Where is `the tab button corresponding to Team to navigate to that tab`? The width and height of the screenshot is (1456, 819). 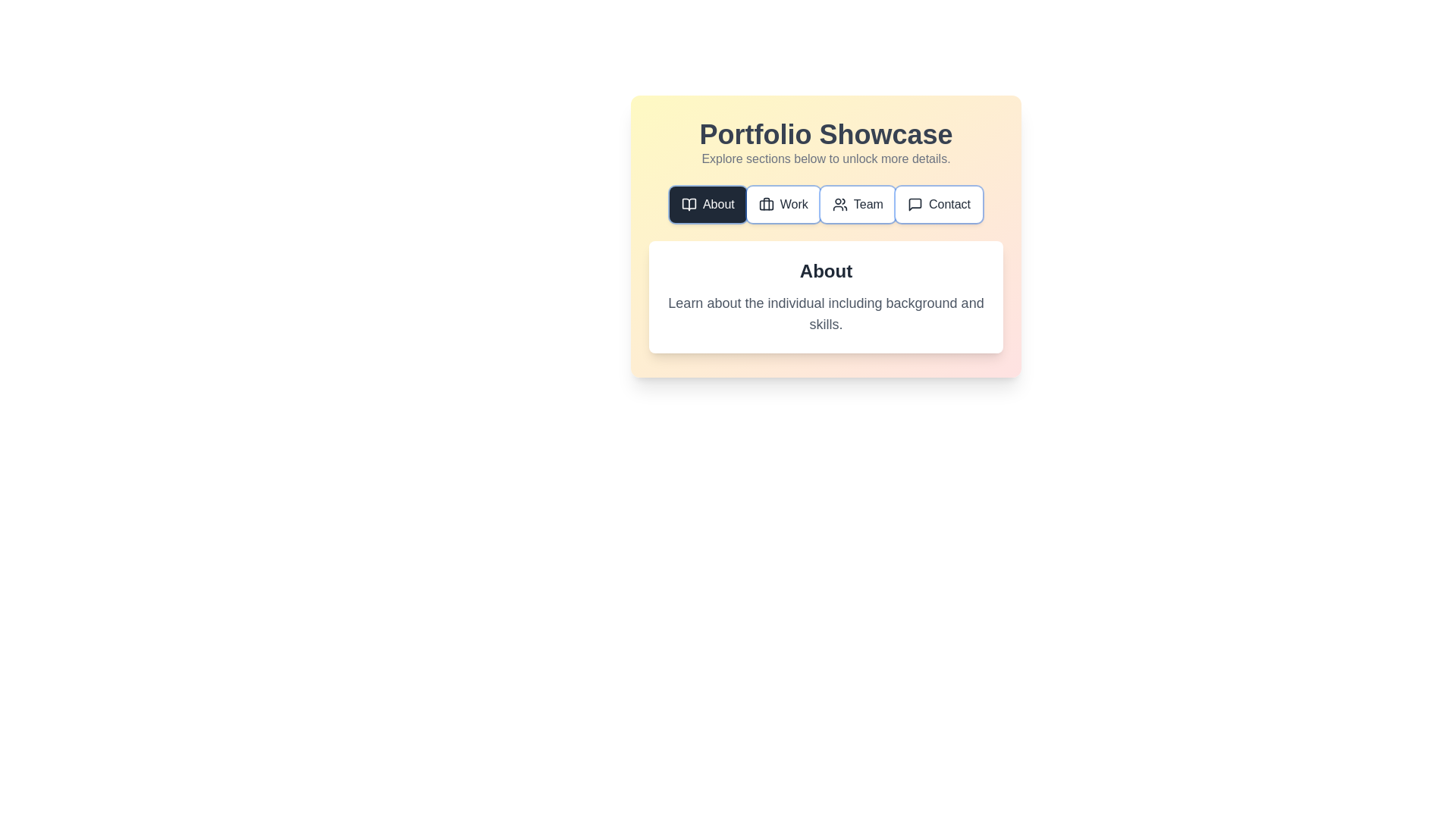 the tab button corresponding to Team to navigate to that tab is located at coordinates (858, 205).